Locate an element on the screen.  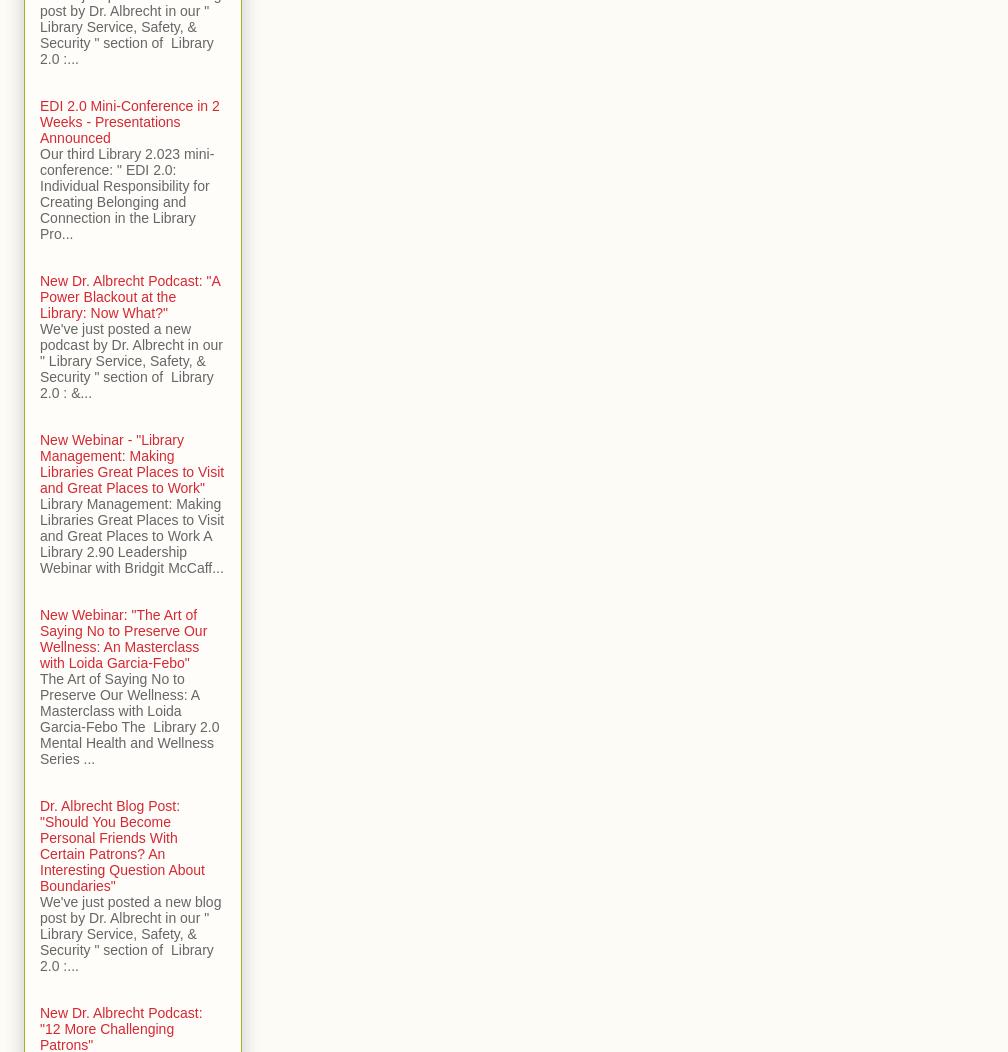
'EDI 2.0 Mini-Conference in 2 Weeks - Presentations Announced' is located at coordinates (129, 122).